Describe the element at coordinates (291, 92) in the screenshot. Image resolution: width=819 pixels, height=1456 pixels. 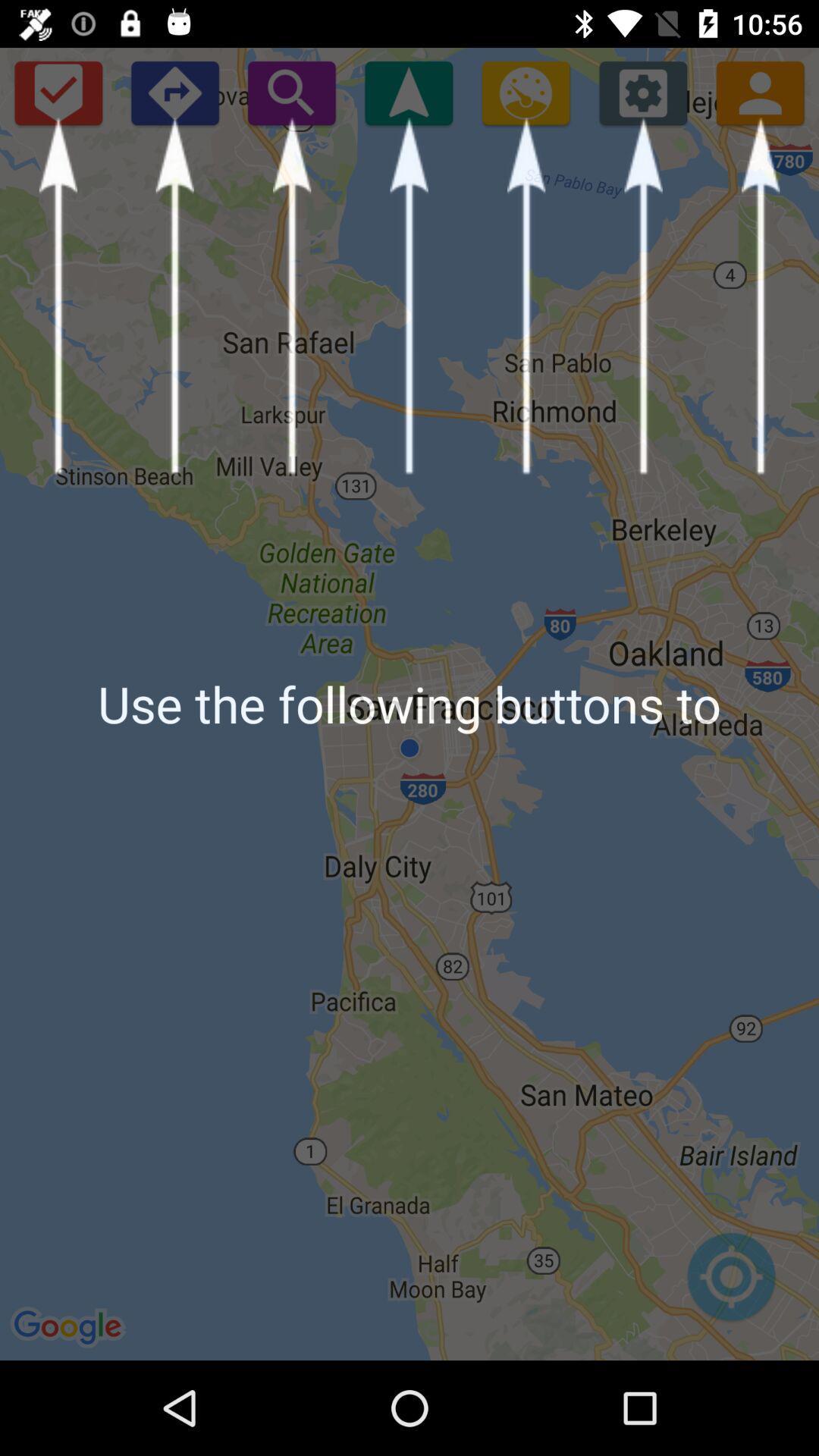
I see `the app above the use the following` at that location.